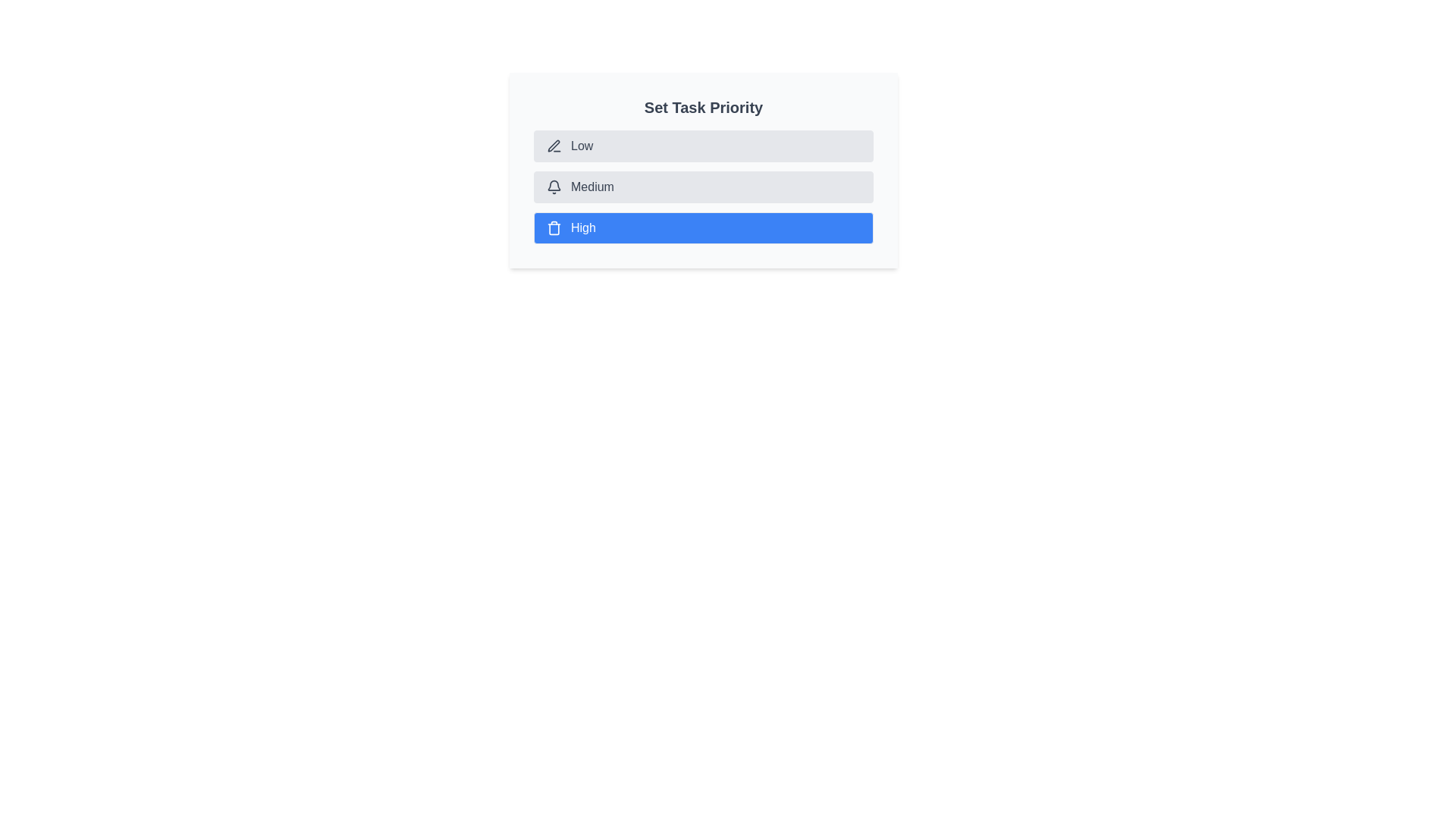 The image size is (1456, 819). I want to click on the priority chip corresponding to High to set it as the current priority, so click(702, 227).